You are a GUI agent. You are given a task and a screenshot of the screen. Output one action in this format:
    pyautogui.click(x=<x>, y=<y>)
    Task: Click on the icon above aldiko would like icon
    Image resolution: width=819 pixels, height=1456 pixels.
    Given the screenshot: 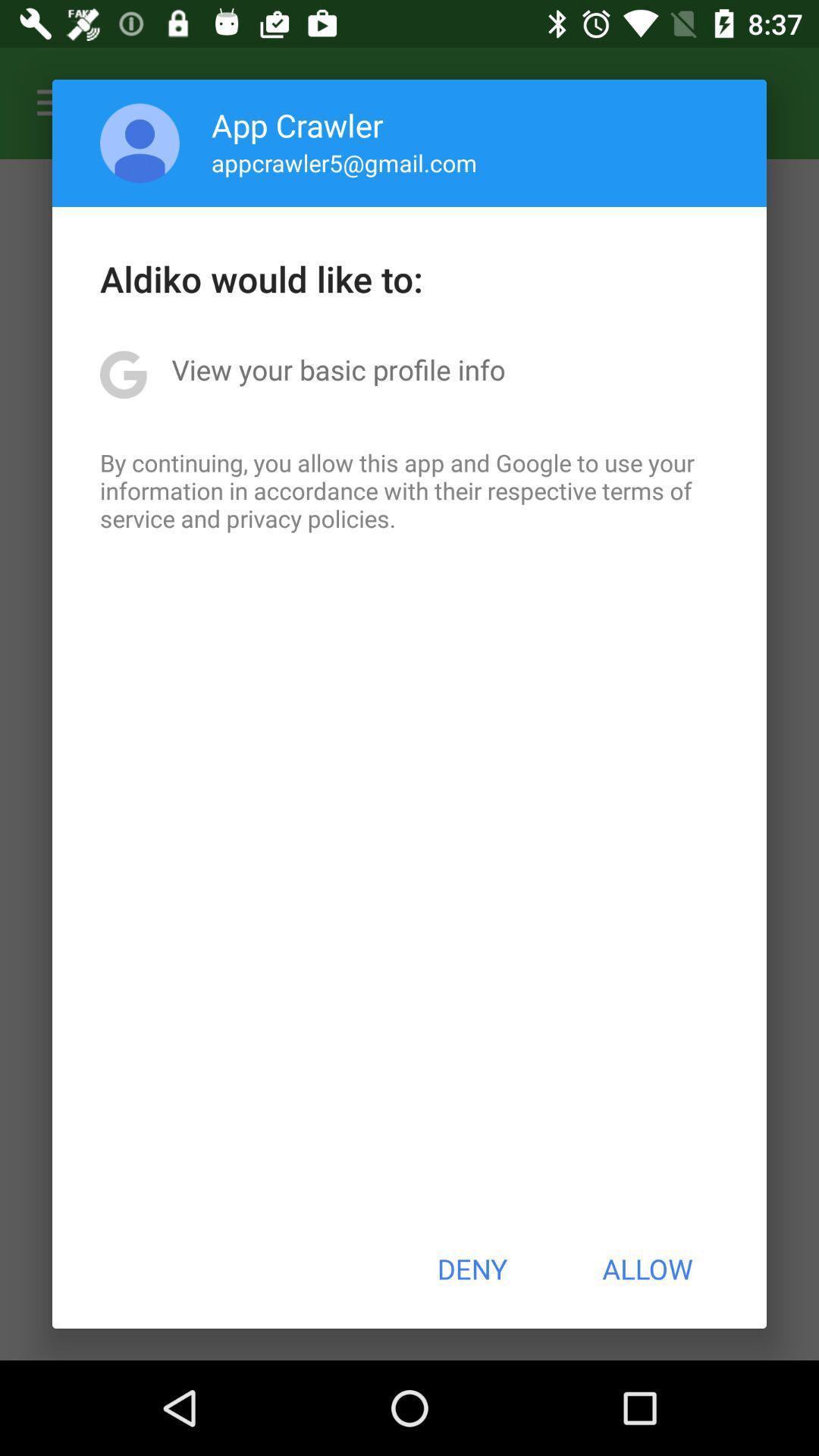 What is the action you would take?
    pyautogui.click(x=140, y=143)
    